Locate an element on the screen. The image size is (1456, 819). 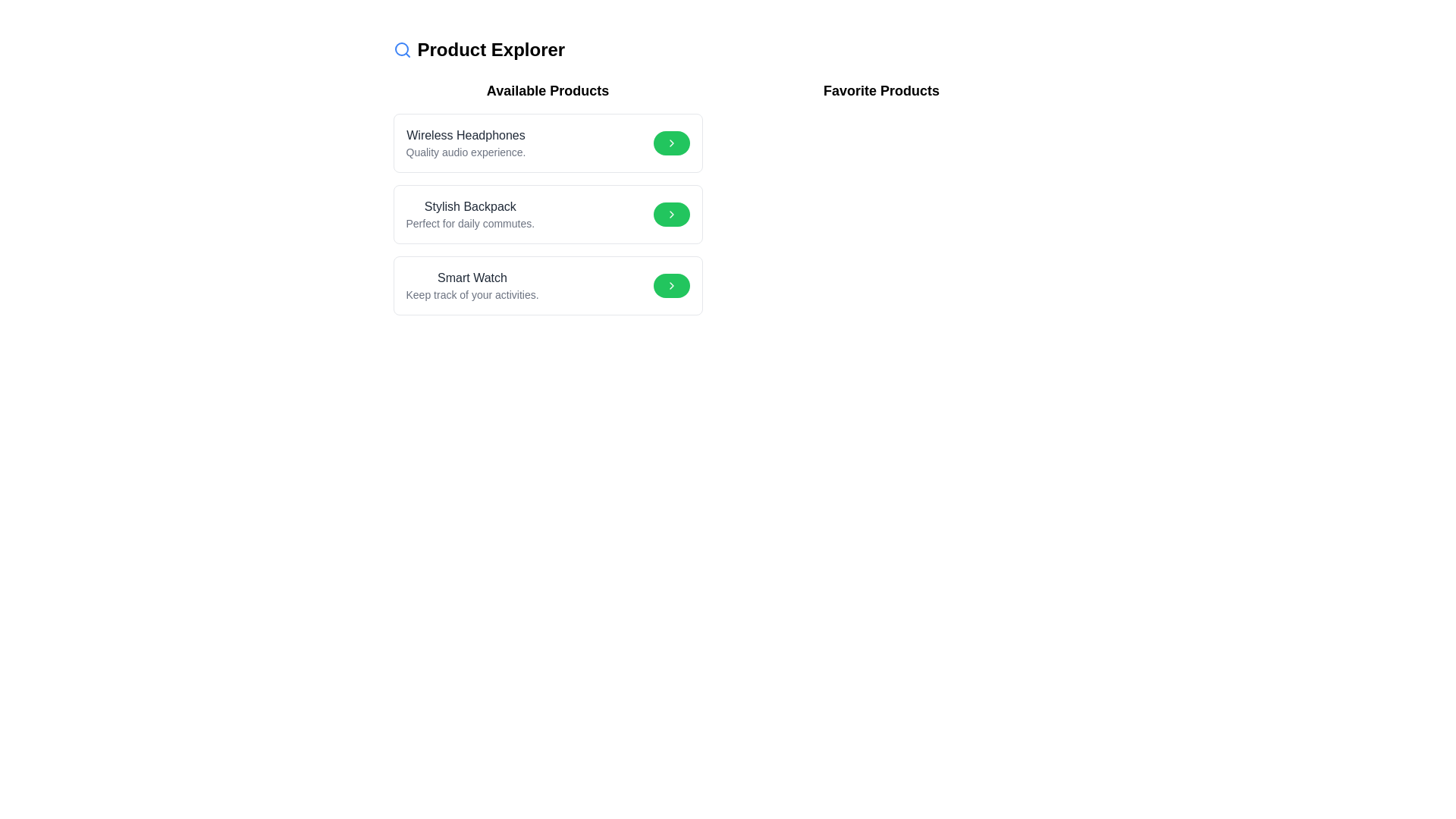
the green button with a white chevron icon located on the rightmost side of the 'Smart Watch' card is located at coordinates (670, 286).